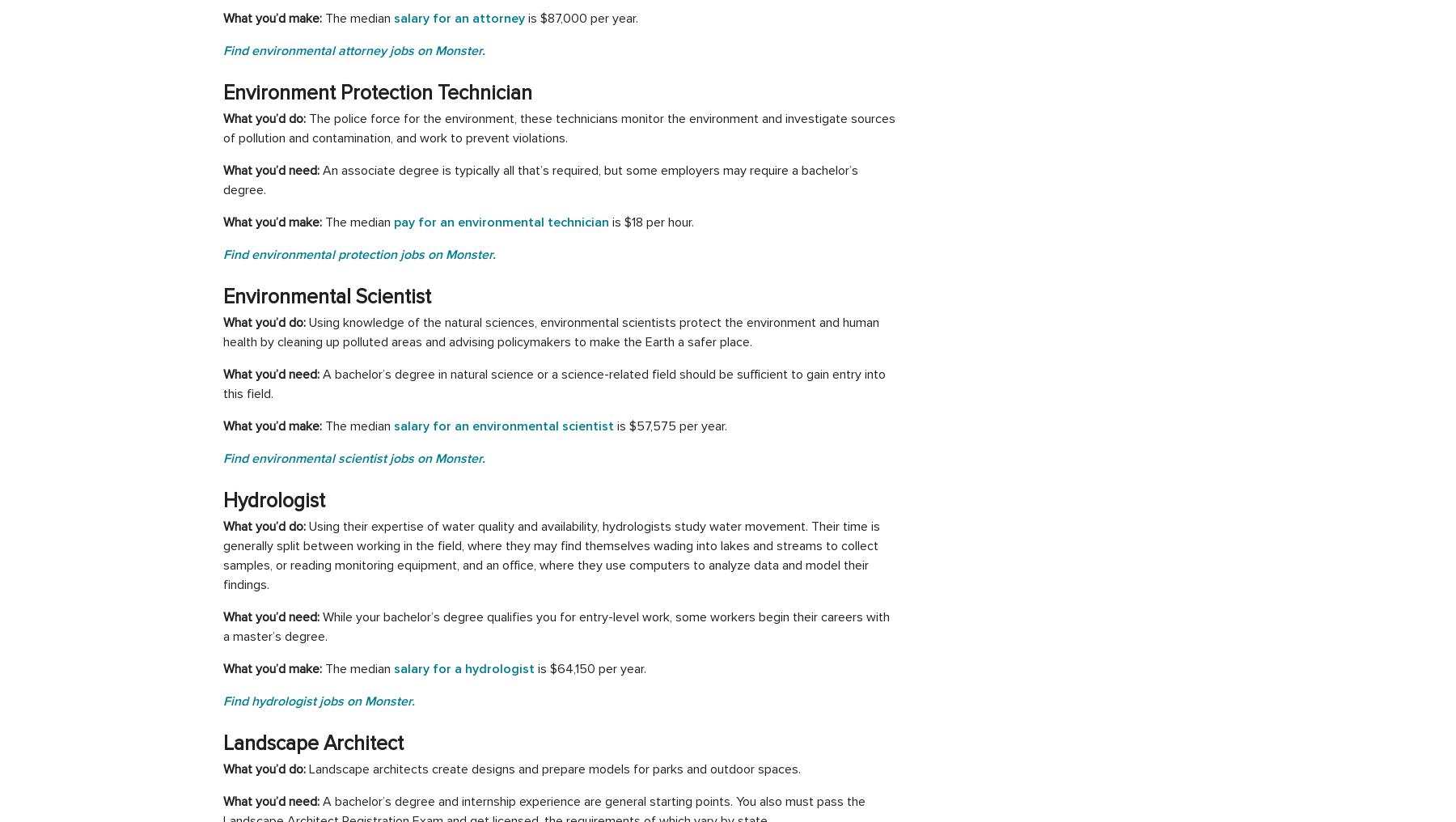  I want to click on 'Find hydrologist jobs on Monster.', so click(319, 701).